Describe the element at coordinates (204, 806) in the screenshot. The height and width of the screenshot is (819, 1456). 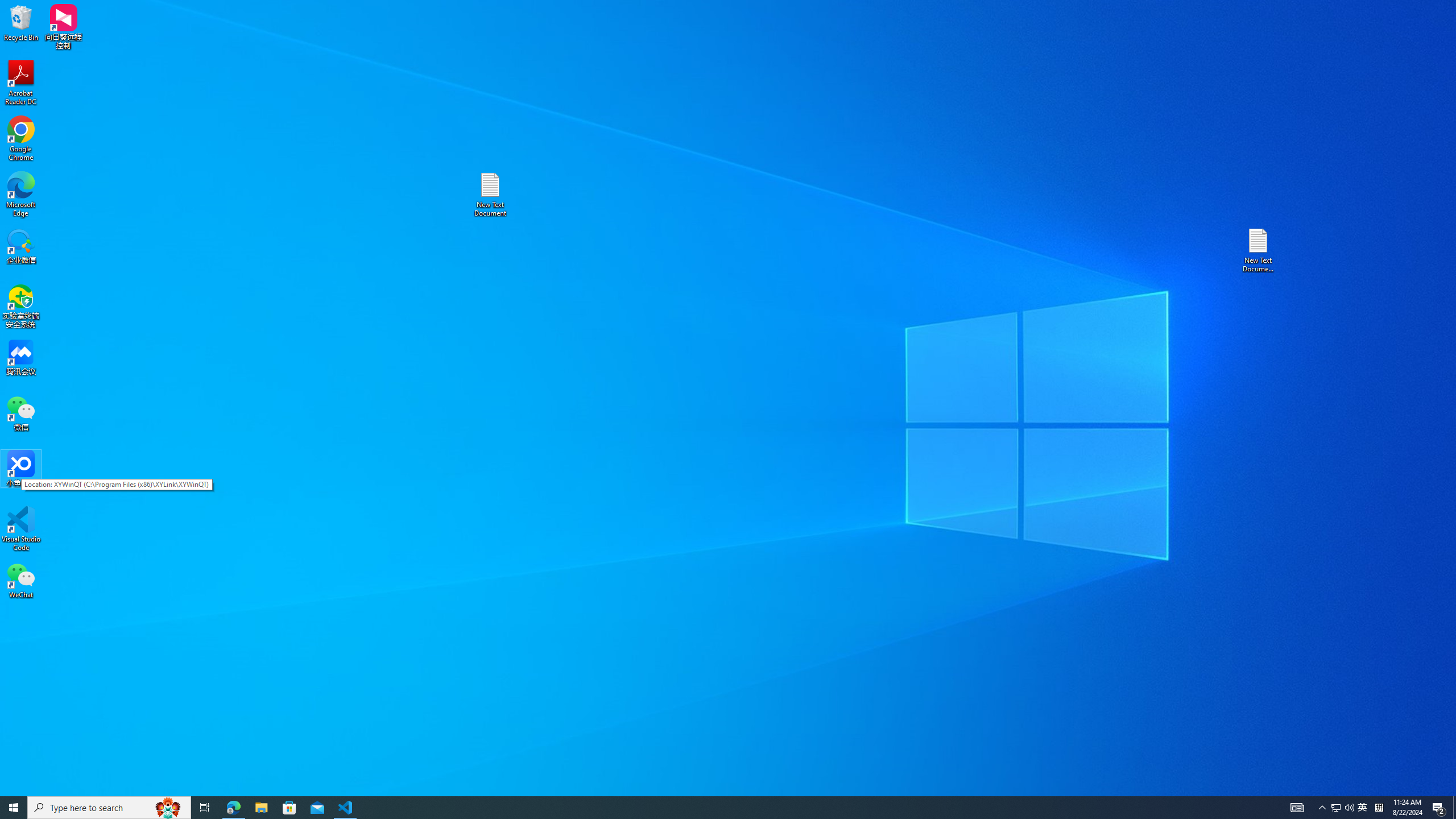
I see `'Task View'` at that location.